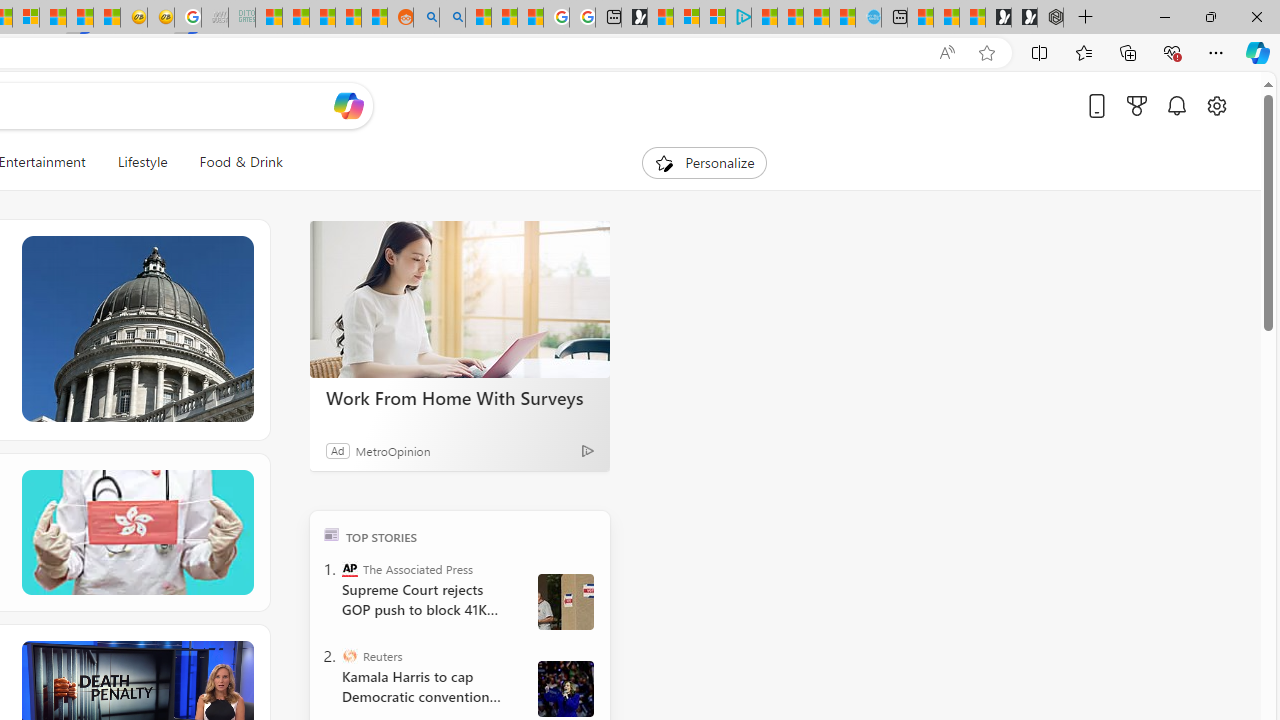  What do you see at coordinates (451, 17) in the screenshot?
I see `'Utah sues federal government - Search'` at bounding box center [451, 17].